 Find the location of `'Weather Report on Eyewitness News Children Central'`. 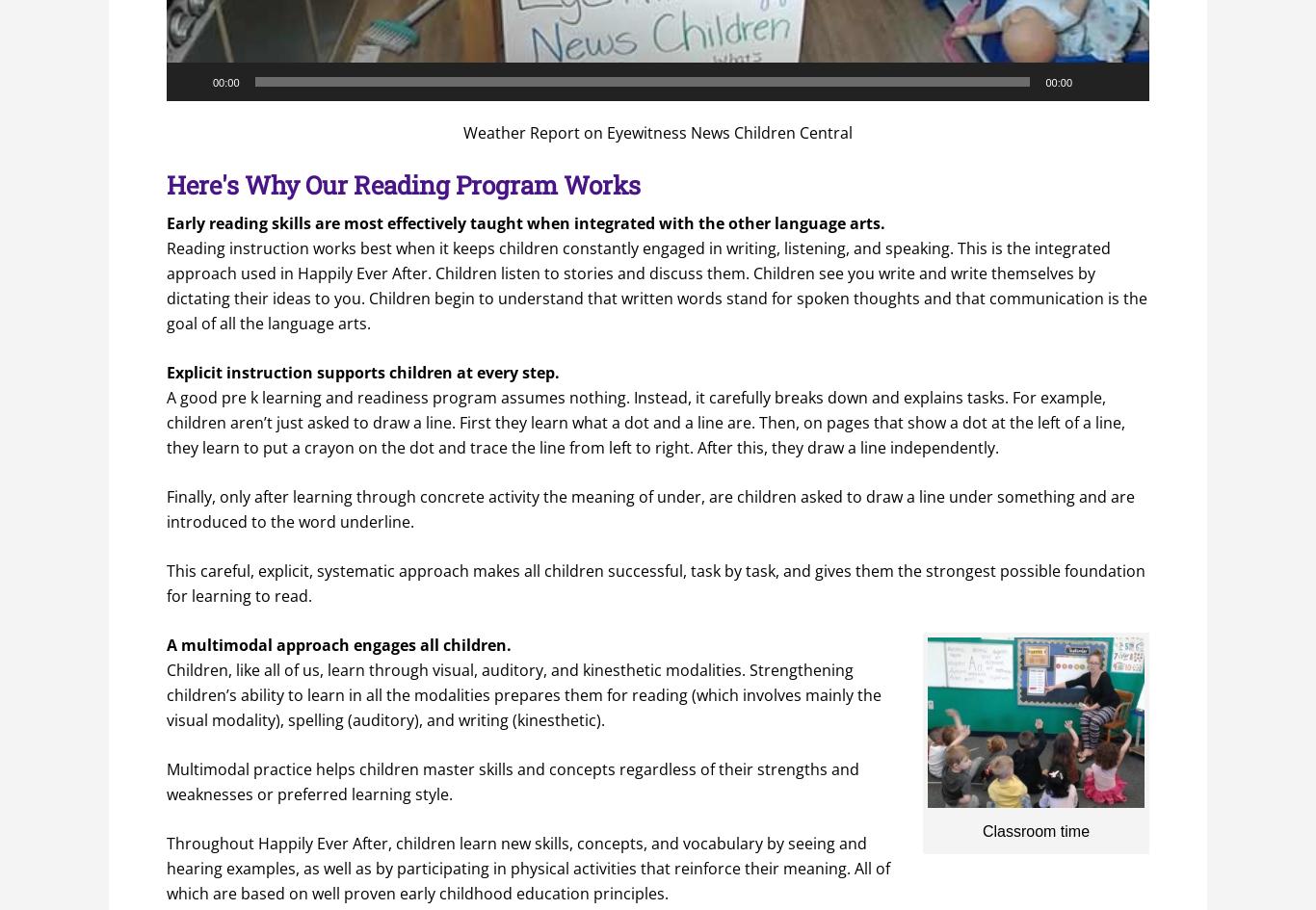

'Weather Report on Eyewitness News Children Central' is located at coordinates (658, 132).